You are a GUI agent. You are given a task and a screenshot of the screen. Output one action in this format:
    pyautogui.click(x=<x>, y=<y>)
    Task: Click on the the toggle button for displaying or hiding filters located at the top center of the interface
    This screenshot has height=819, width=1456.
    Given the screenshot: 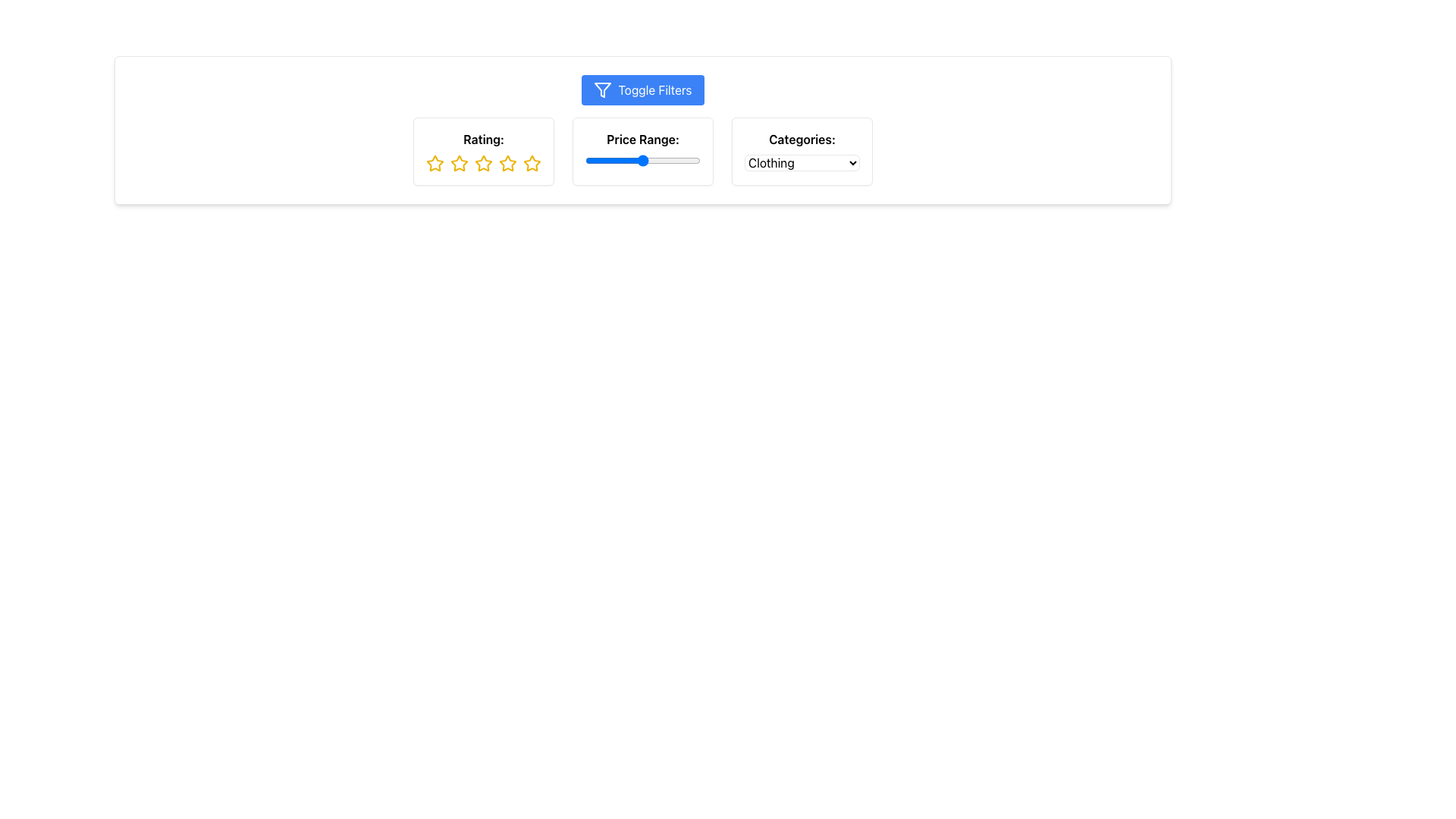 What is the action you would take?
    pyautogui.click(x=643, y=90)
    